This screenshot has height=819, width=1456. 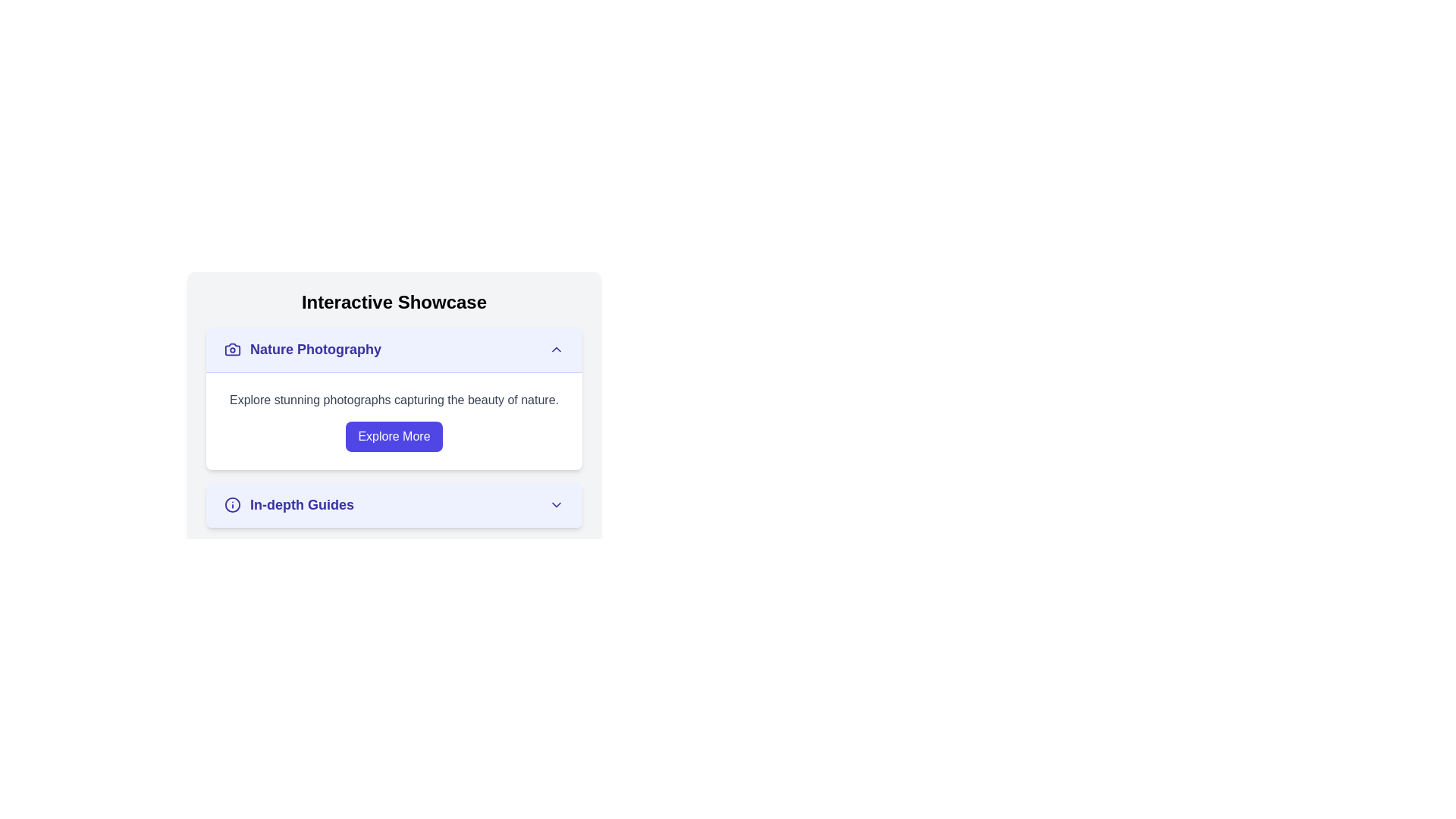 I want to click on the 'In-depth Guides' label with the accompanying circular icon, so click(x=289, y=505).